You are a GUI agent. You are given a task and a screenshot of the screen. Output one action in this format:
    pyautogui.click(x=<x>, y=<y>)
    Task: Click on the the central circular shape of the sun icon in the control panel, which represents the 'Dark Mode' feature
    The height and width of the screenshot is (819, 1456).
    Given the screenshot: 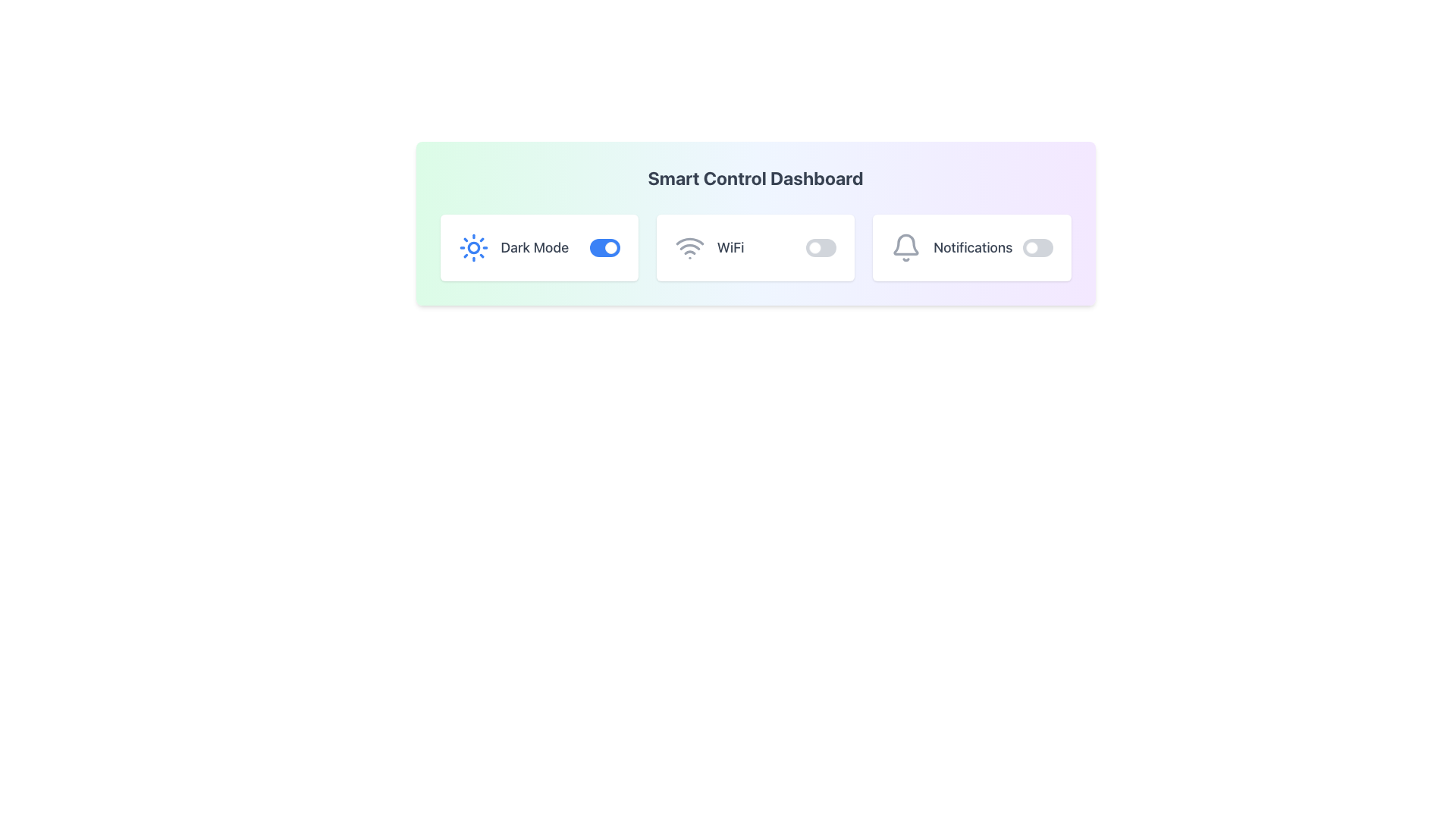 What is the action you would take?
    pyautogui.click(x=472, y=247)
    